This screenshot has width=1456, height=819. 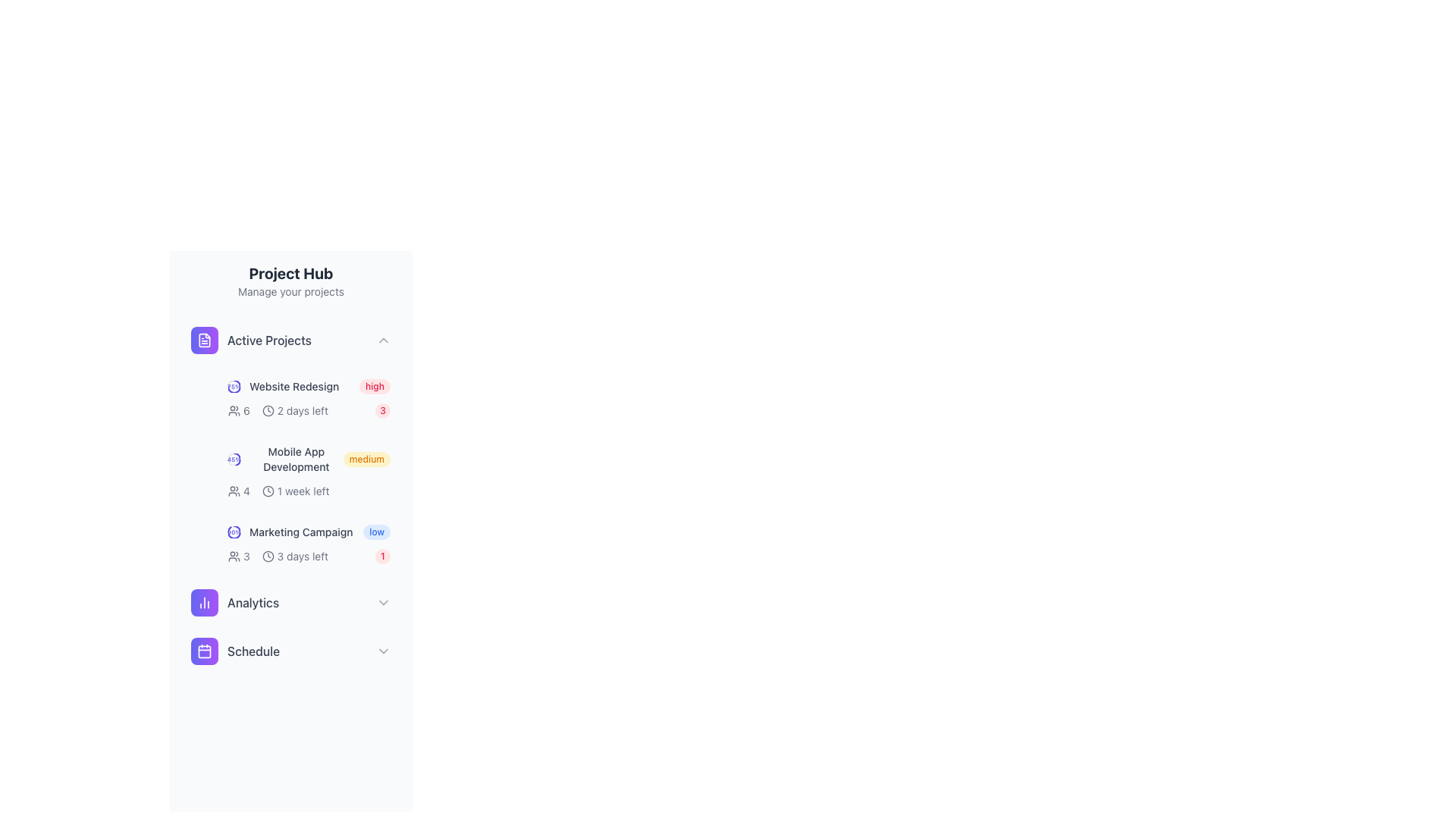 I want to click on the icon representing a group of people or users, which is a gray outline illustration of two human figures, located under the 'Mobile App Development' heading in the second row of the Active Projects section, so click(x=233, y=411).